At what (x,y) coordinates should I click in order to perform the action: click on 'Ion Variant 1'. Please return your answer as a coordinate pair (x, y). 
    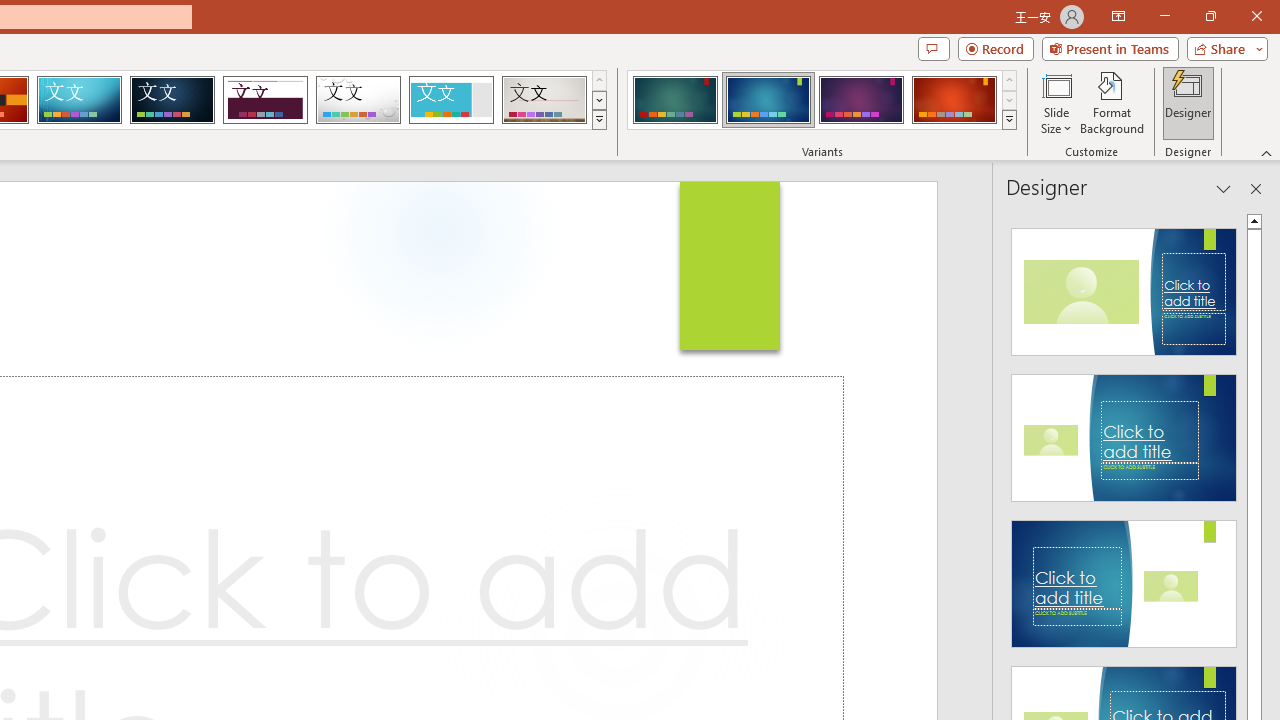
    Looking at the image, I should click on (675, 100).